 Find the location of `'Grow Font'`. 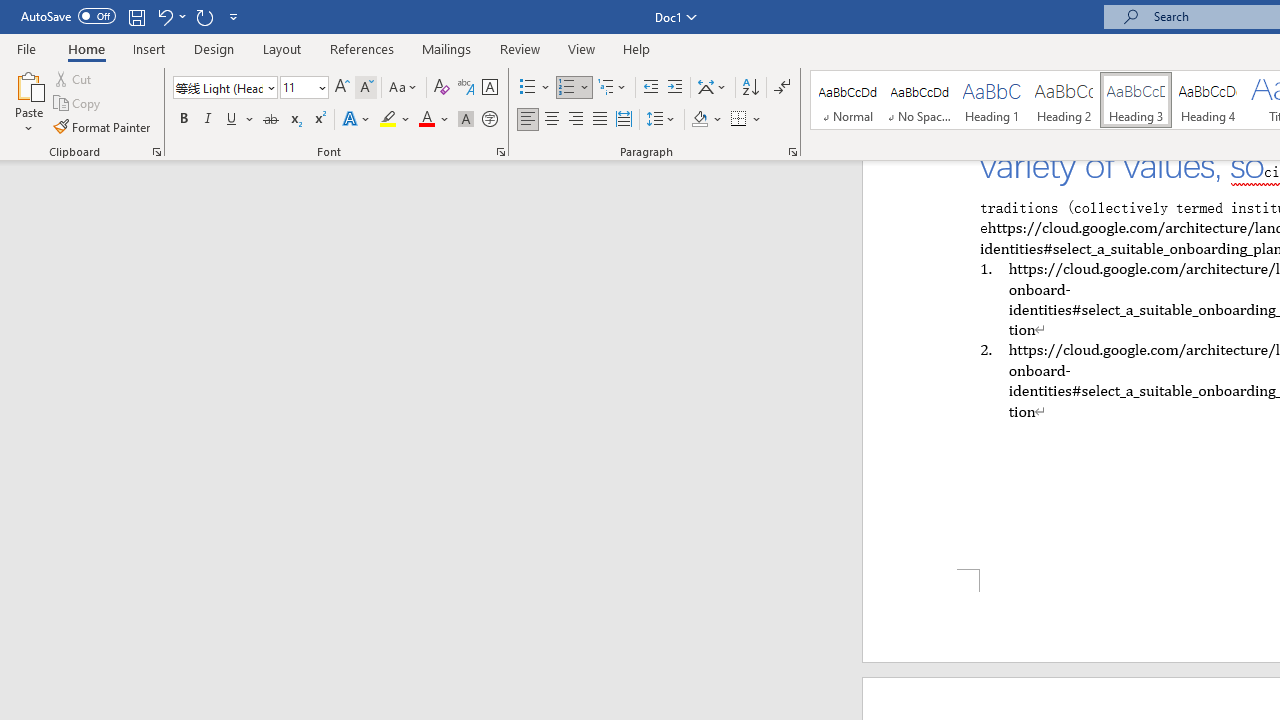

'Grow Font' is located at coordinates (342, 86).